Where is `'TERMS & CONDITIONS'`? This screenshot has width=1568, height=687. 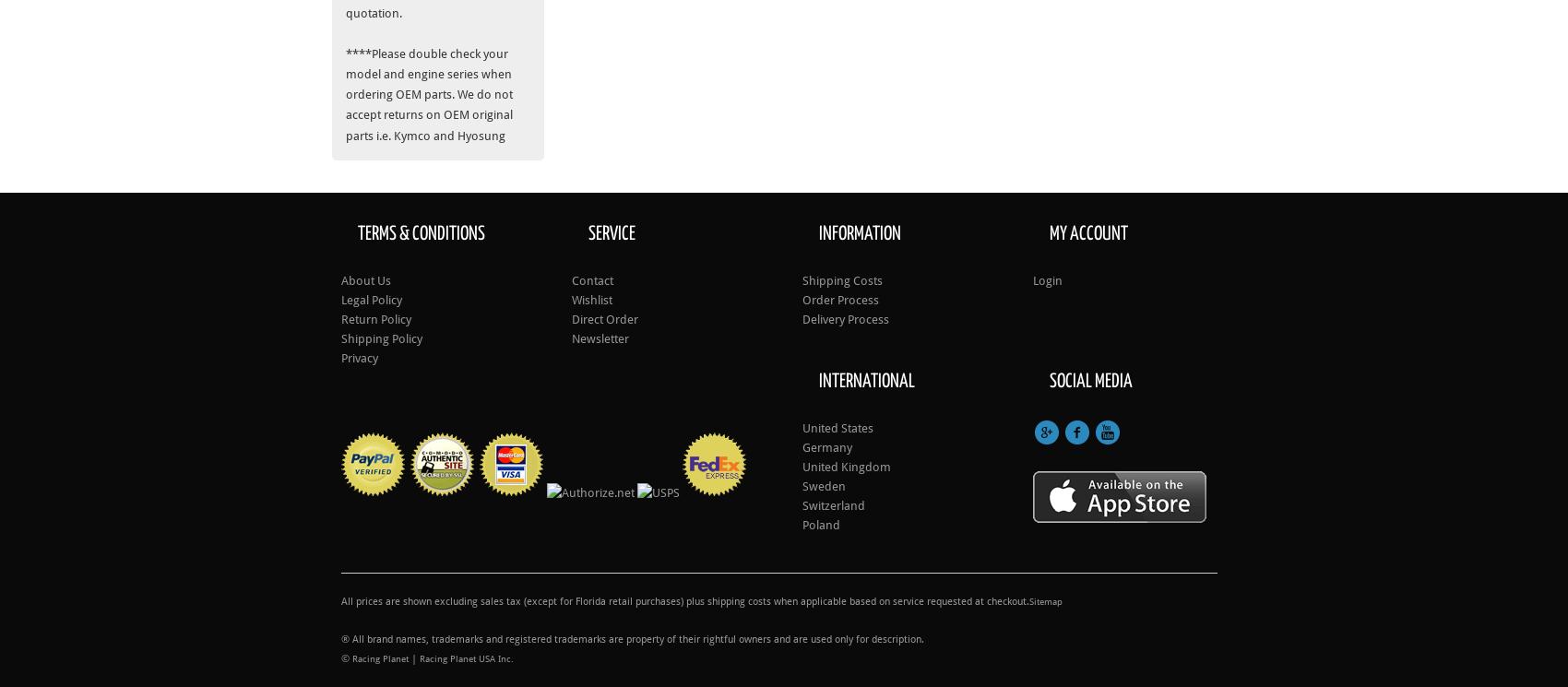 'TERMS & CONDITIONS' is located at coordinates (421, 232).